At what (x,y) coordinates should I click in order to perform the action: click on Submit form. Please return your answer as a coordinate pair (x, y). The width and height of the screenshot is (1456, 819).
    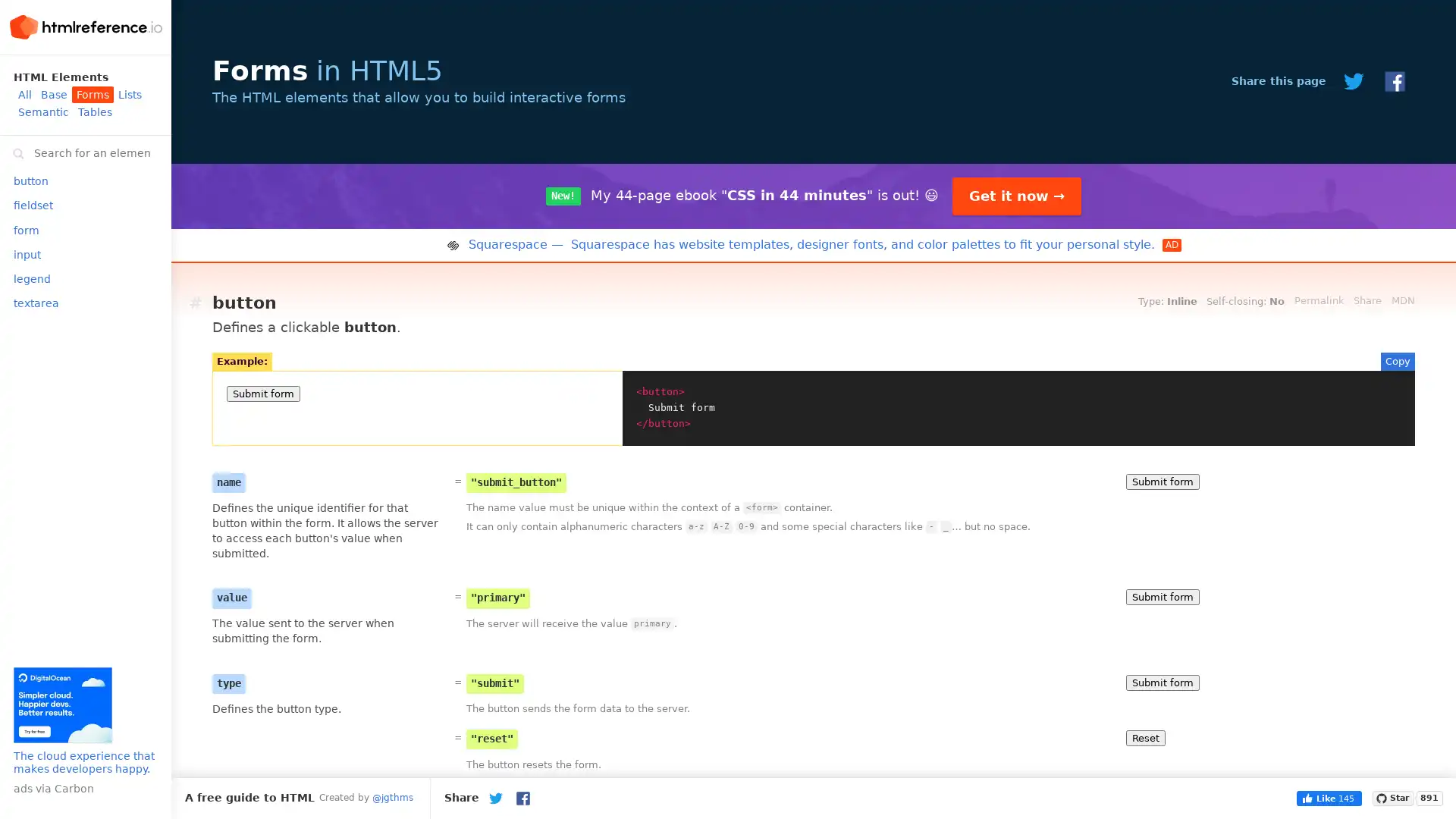
    Looking at the image, I should click on (1162, 596).